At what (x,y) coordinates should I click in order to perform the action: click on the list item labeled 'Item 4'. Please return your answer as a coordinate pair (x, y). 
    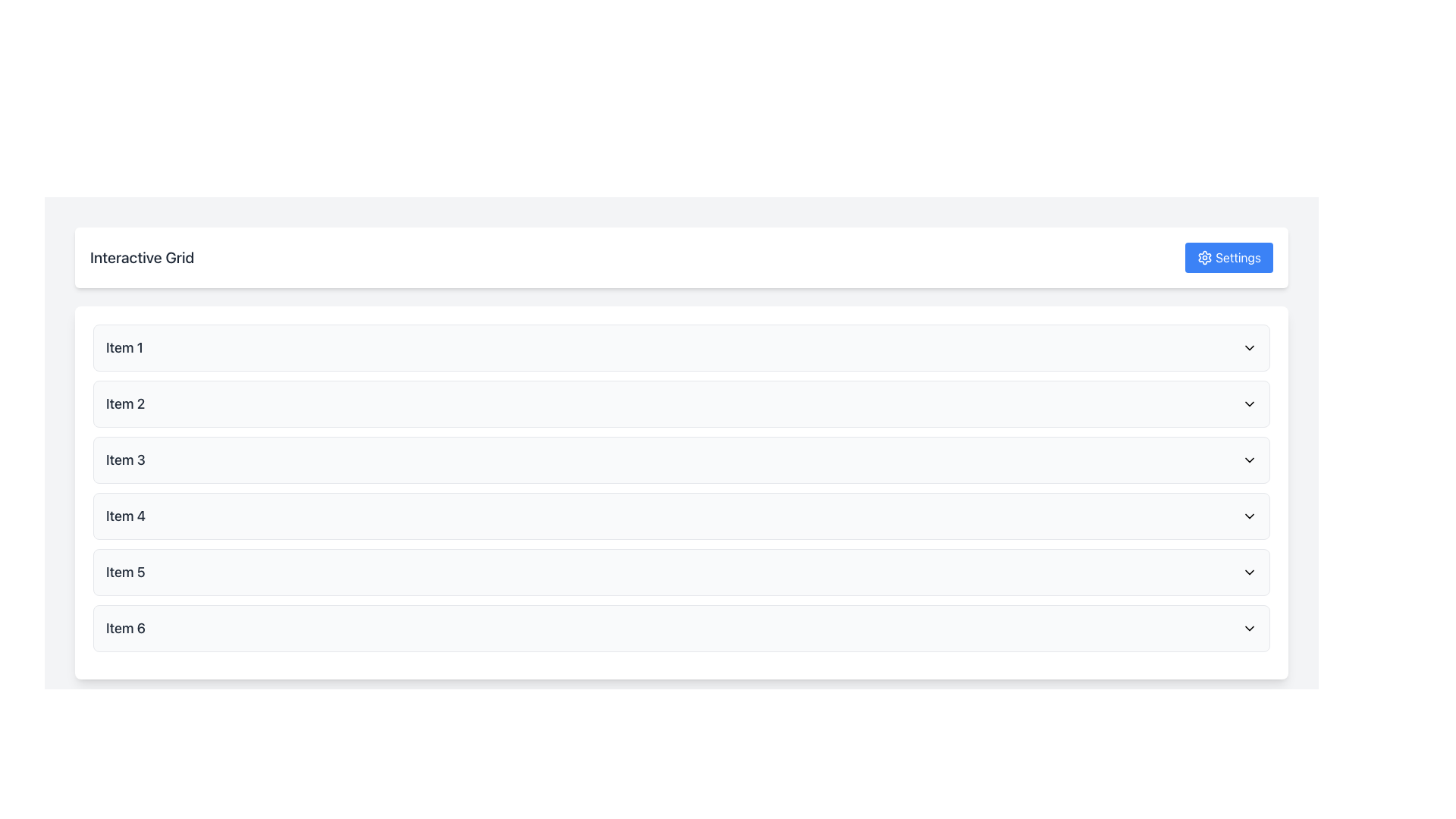
    Looking at the image, I should click on (680, 516).